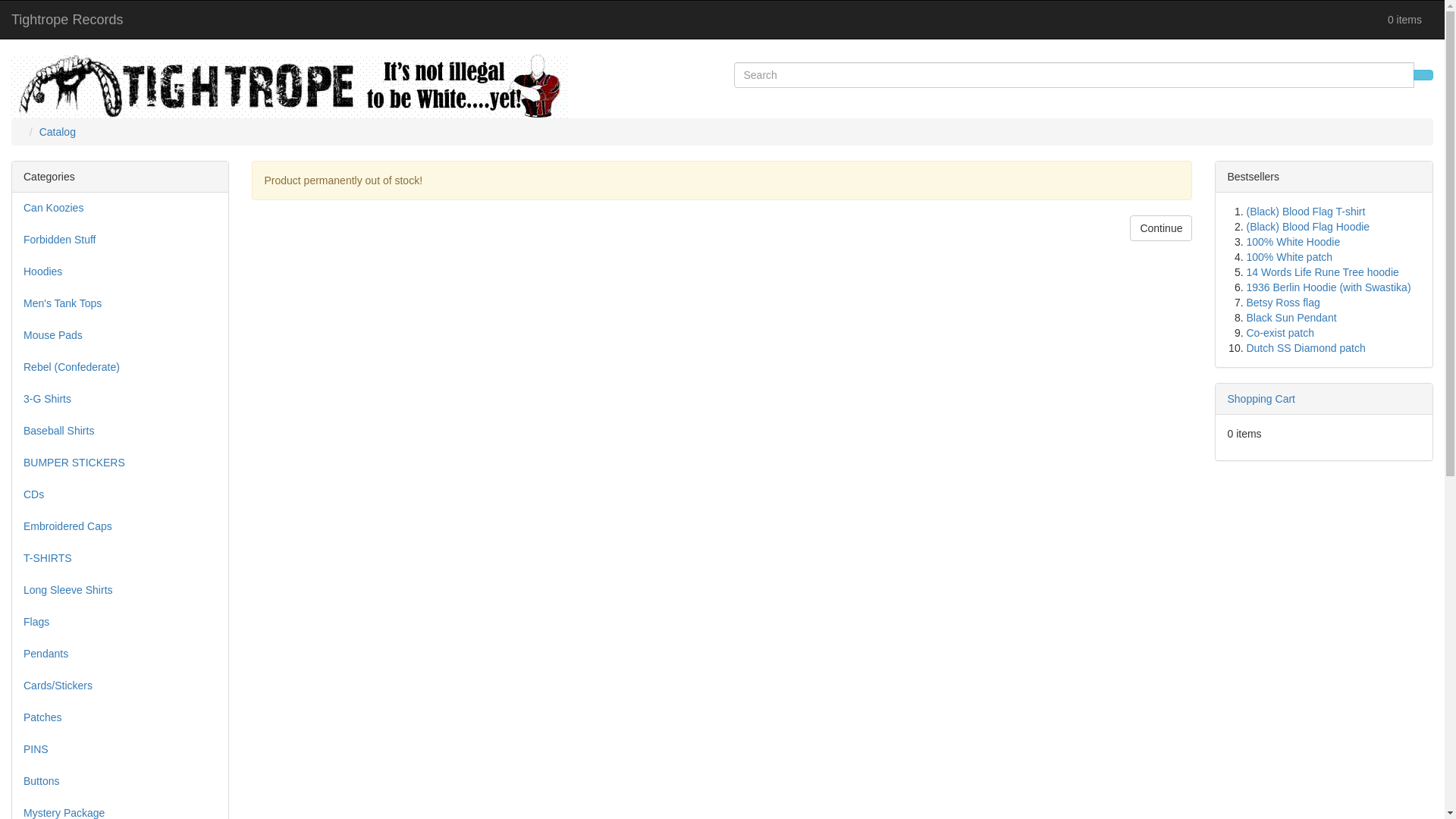  I want to click on '(Black) Blood Flag Hoodie', so click(1307, 227).